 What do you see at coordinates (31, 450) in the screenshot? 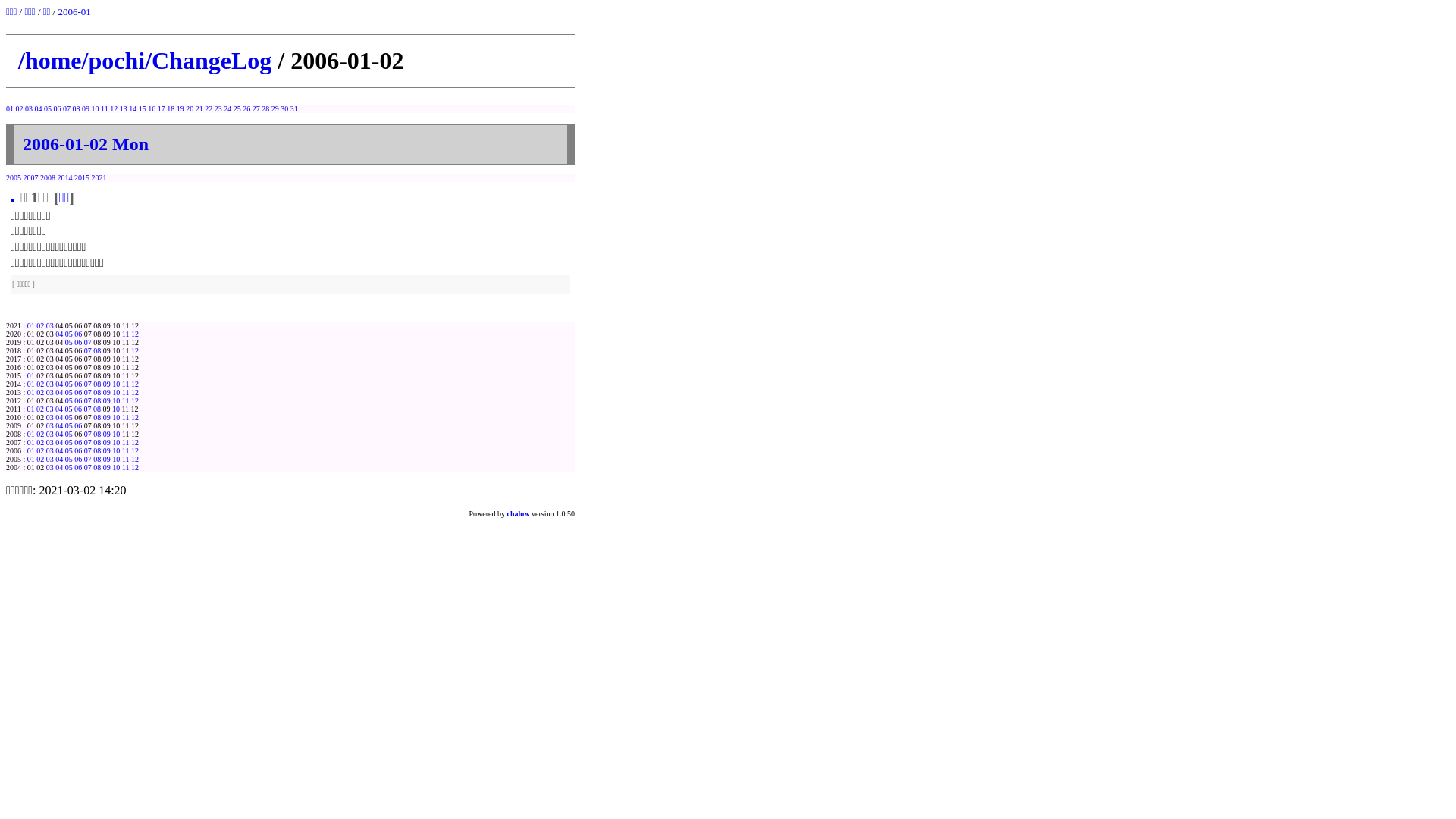
I see `'01'` at bounding box center [31, 450].